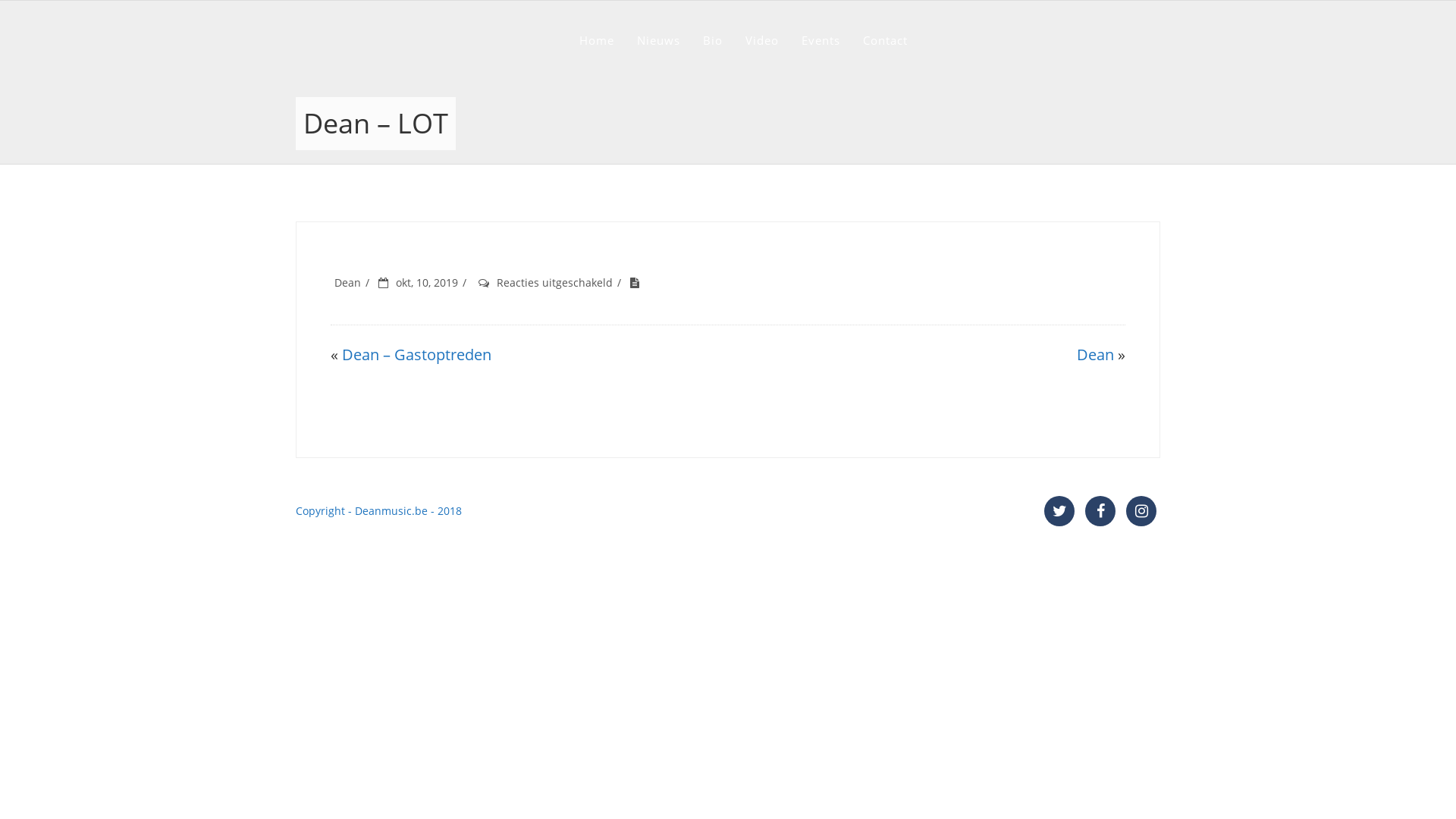  Describe the element at coordinates (1141, 511) in the screenshot. I see `'Instagram'` at that location.